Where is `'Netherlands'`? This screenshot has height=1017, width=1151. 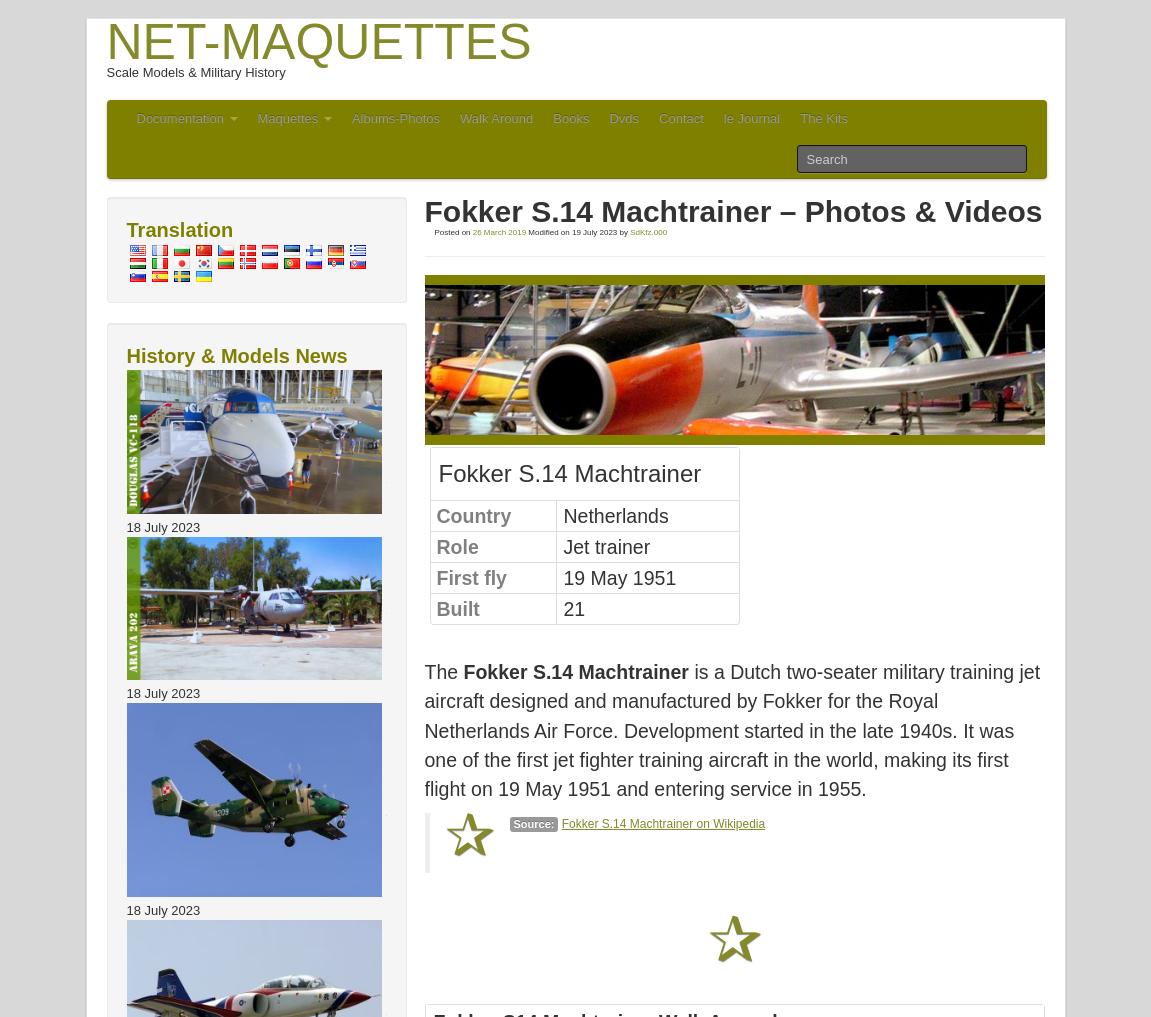
'Netherlands' is located at coordinates (615, 516).